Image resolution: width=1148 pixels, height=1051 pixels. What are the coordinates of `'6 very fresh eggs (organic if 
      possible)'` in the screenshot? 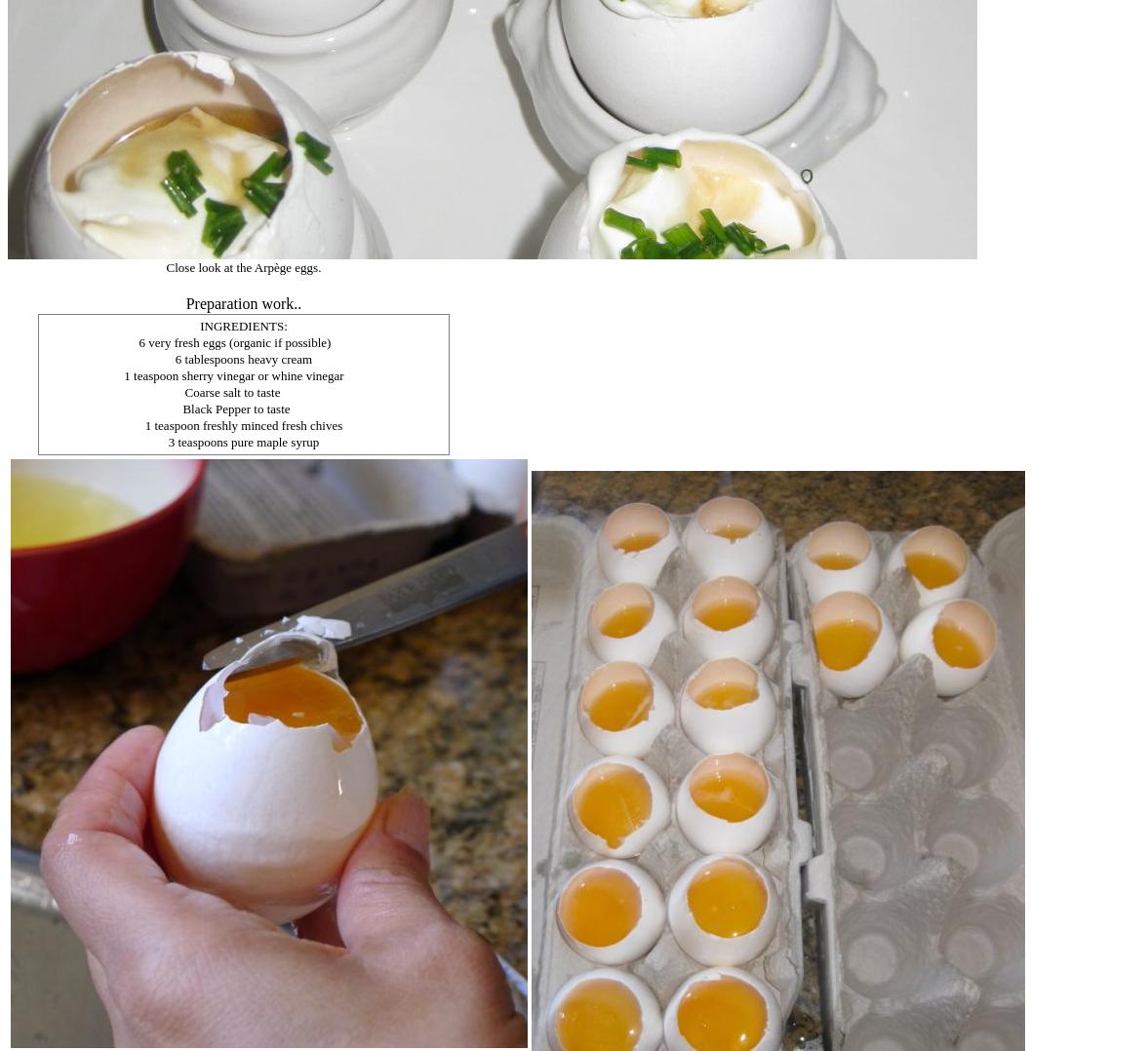 It's located at (233, 342).